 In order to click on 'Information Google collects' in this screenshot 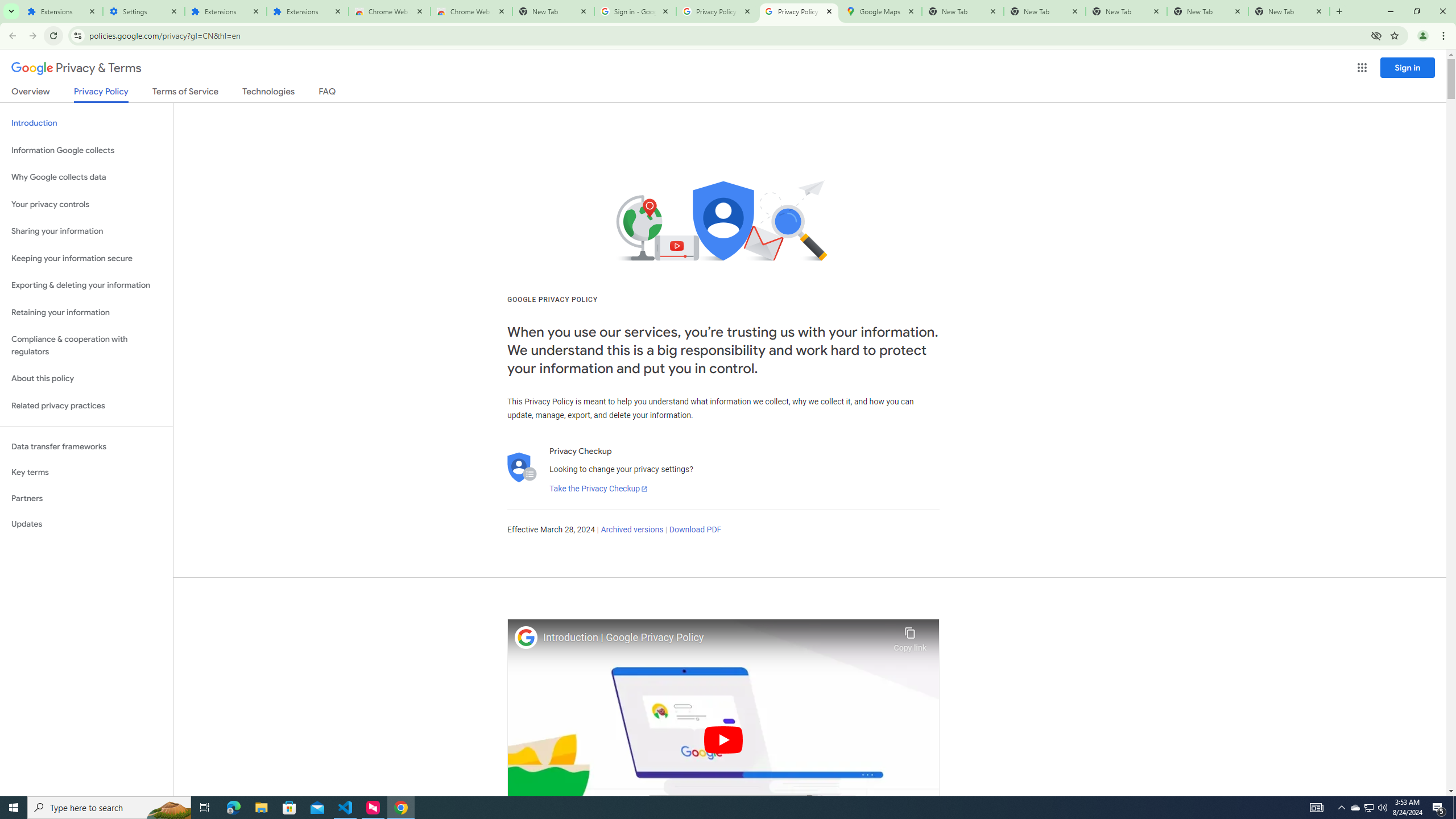, I will do `click(86, 150)`.